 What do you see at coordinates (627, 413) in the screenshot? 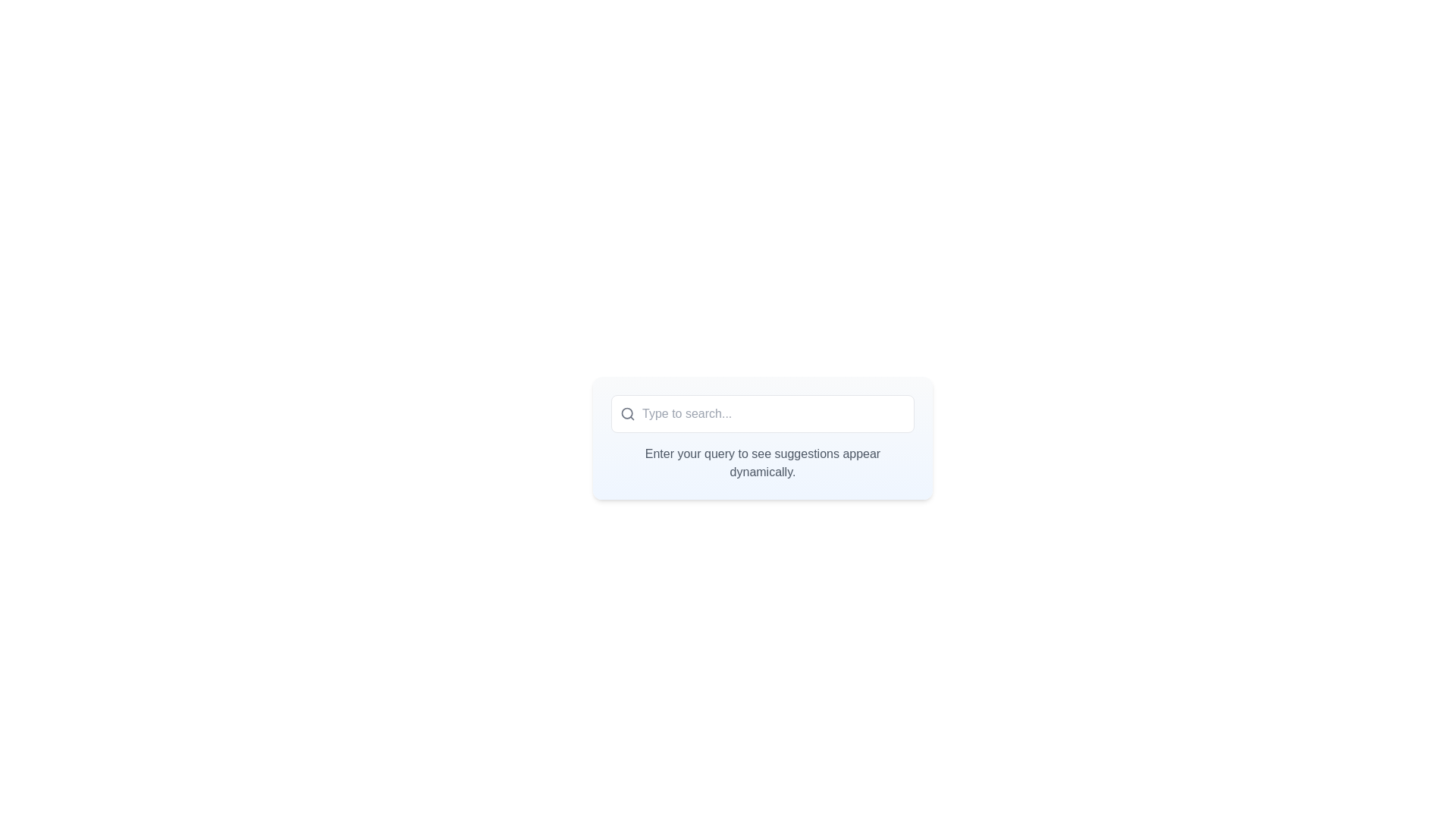
I see `the SVG Circle element that visually represents the lens part of a search icon, which indicates search functionality but is not interactive` at bounding box center [627, 413].